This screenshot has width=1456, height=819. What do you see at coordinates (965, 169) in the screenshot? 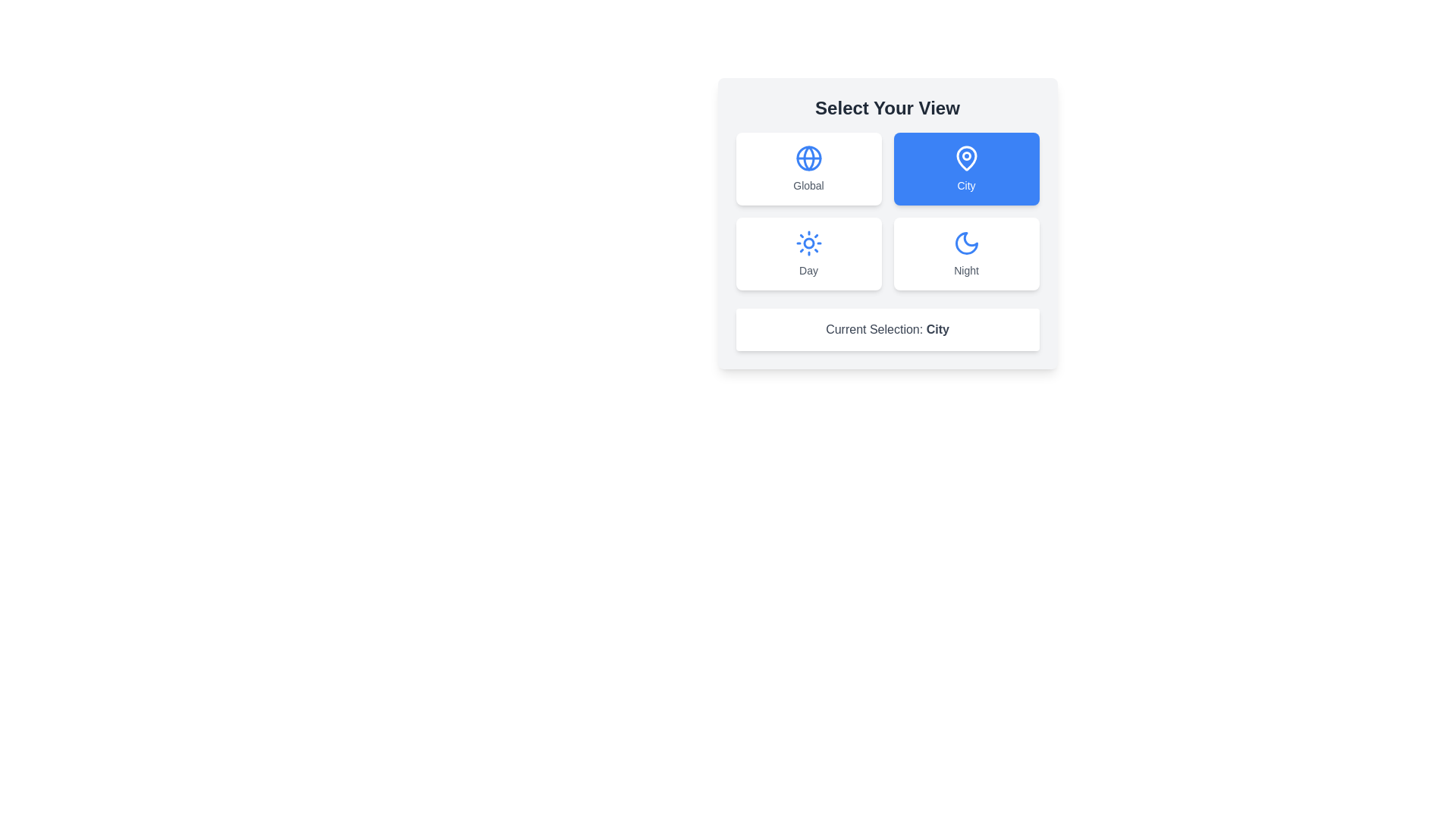
I see `the 'City' button located in the top-right cell of the 'Select Your View' layout` at bounding box center [965, 169].